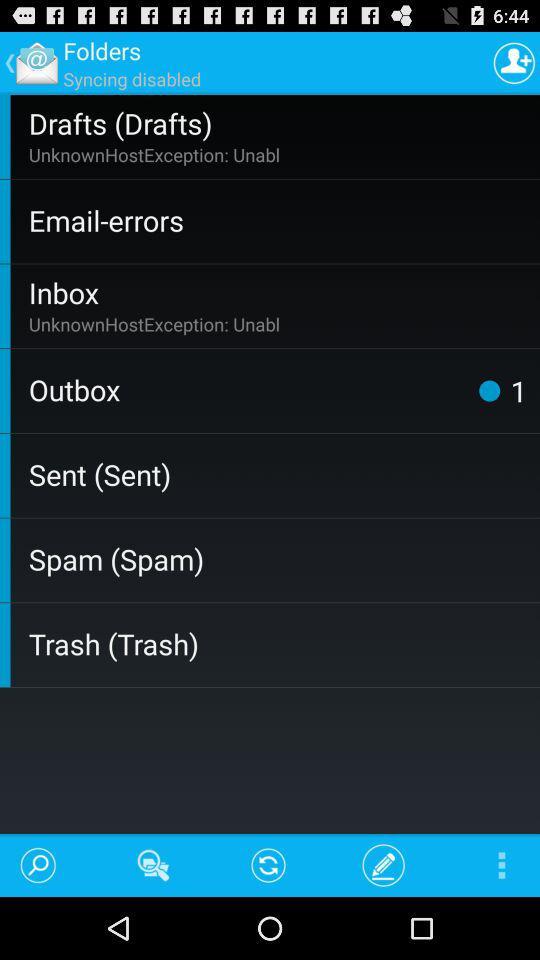  Describe the element at coordinates (279, 558) in the screenshot. I see `the item above the trash (trash) icon` at that location.